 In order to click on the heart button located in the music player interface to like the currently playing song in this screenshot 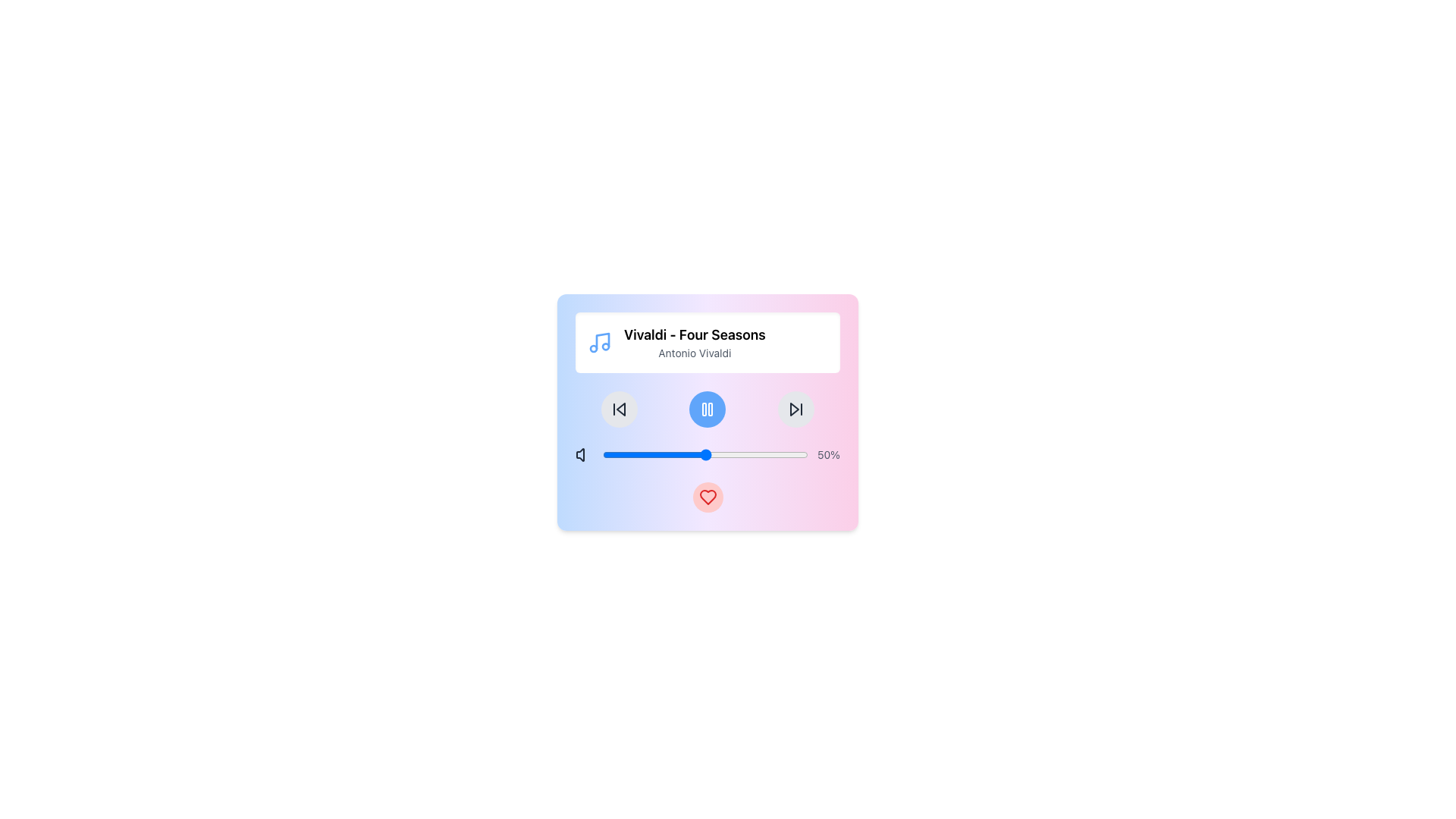, I will do `click(707, 412)`.